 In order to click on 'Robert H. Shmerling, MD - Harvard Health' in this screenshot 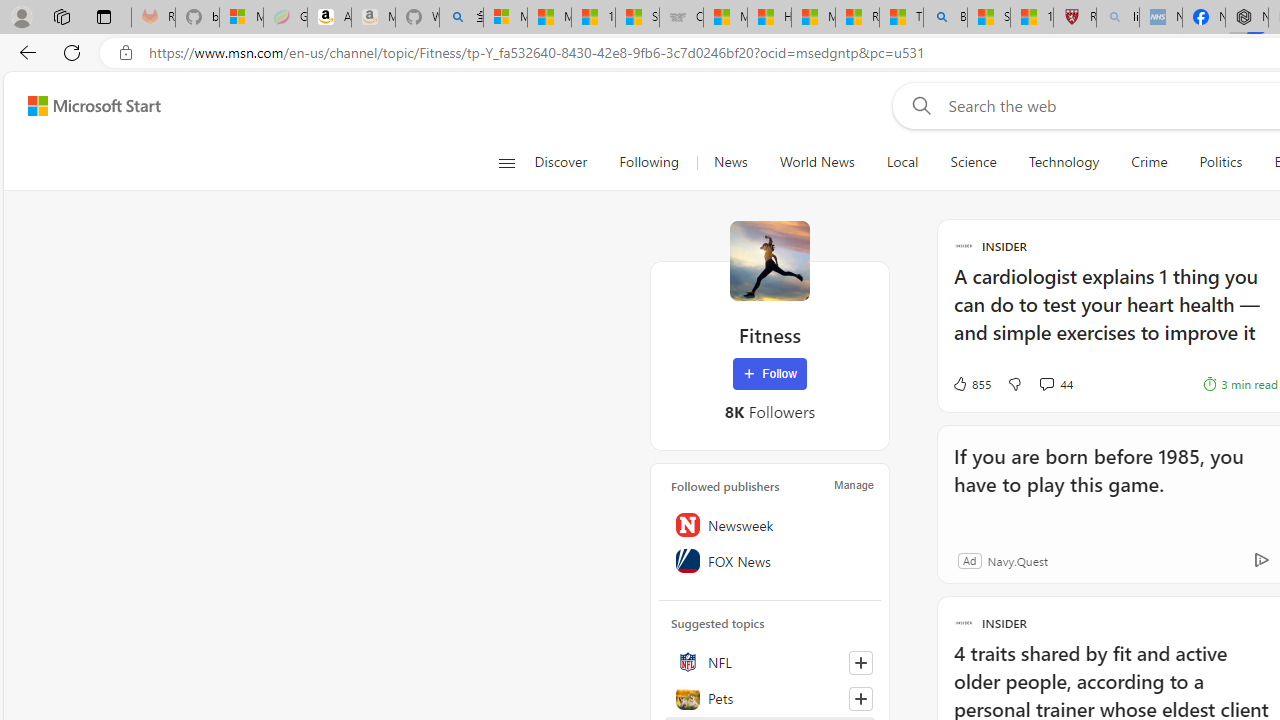, I will do `click(1073, 17)`.